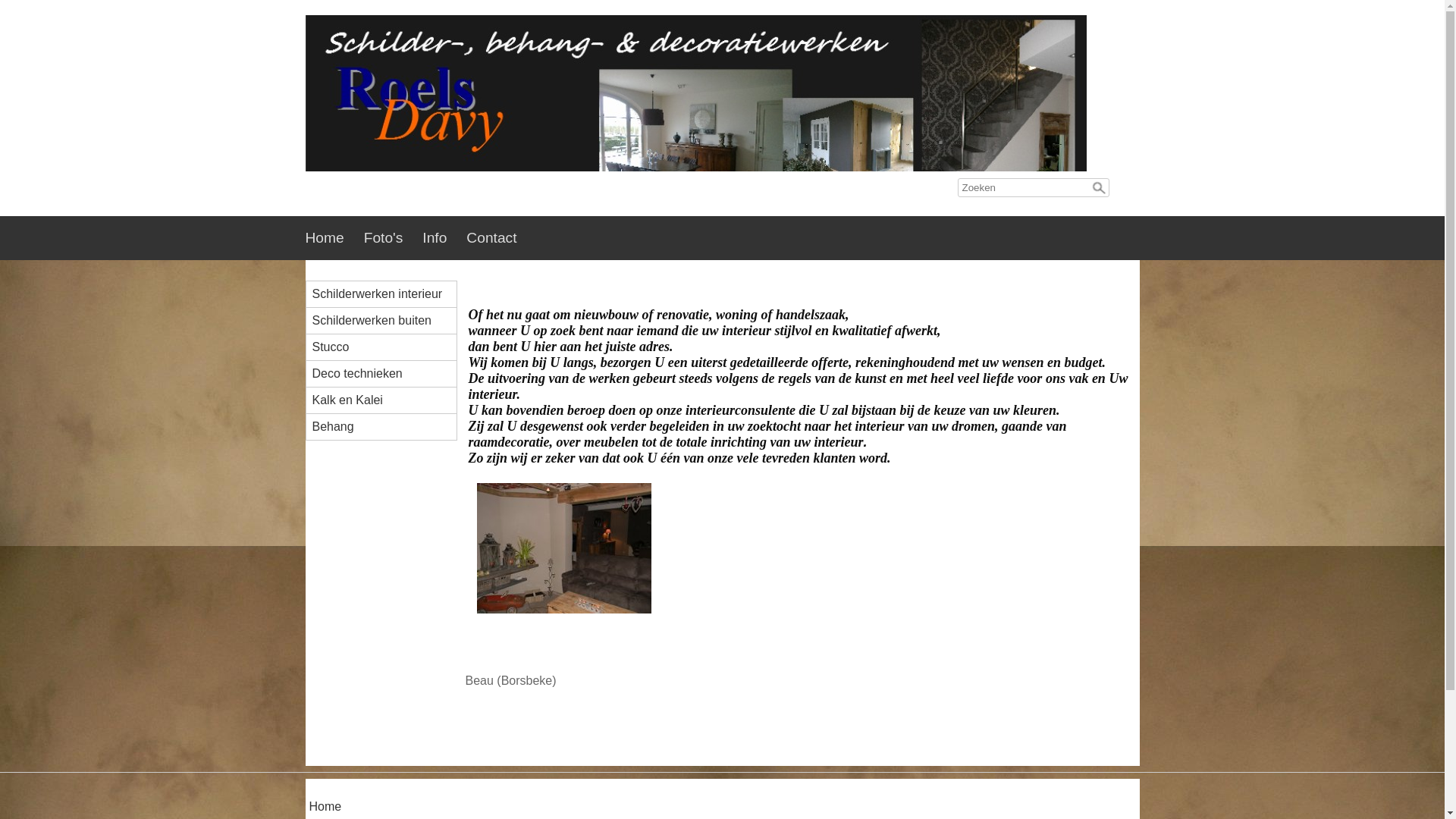 The height and width of the screenshot is (819, 1456). I want to click on 'Info', so click(422, 237).